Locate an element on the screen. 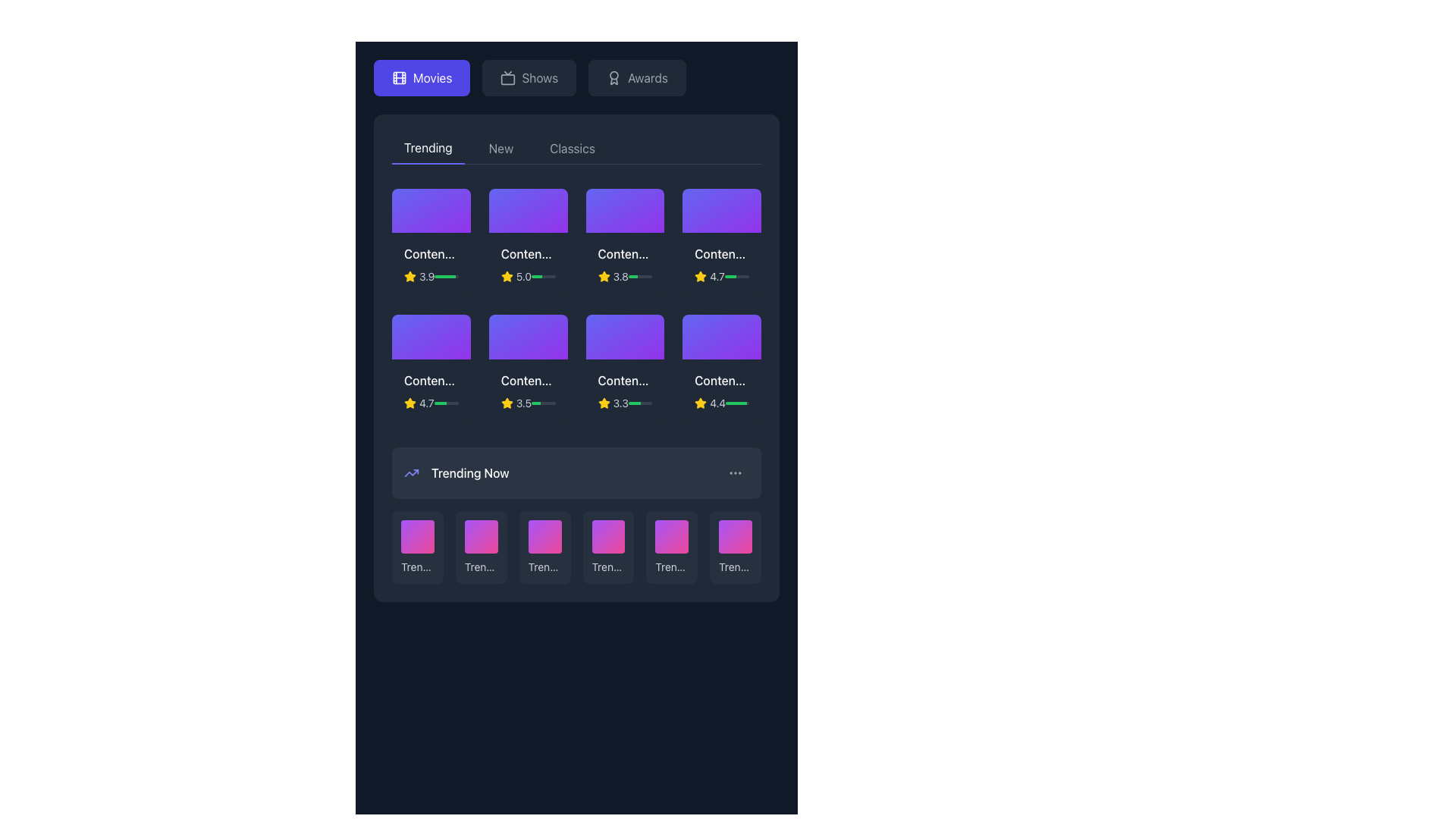 The image size is (1456, 819). the numeric rating (3.8) displayed in white text, along with the yellow star icon and the horizontal green progress bar in the third item of the top row under the 'Trending' section of the 'Movies' tab, beneath 'Content Title 3' is located at coordinates (625, 277).